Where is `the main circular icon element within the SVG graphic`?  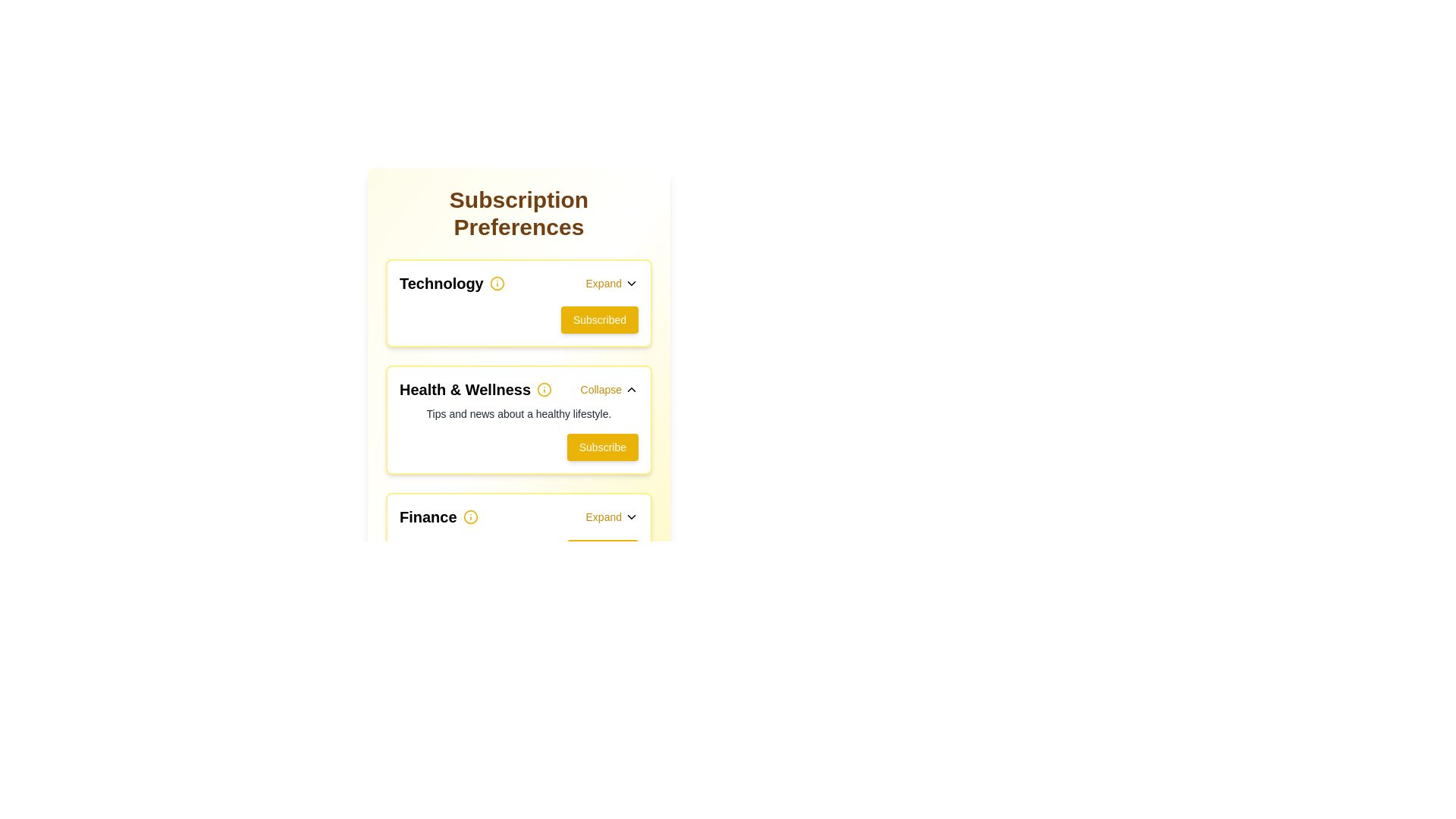
the main circular icon element within the SVG graphic is located at coordinates (544, 388).